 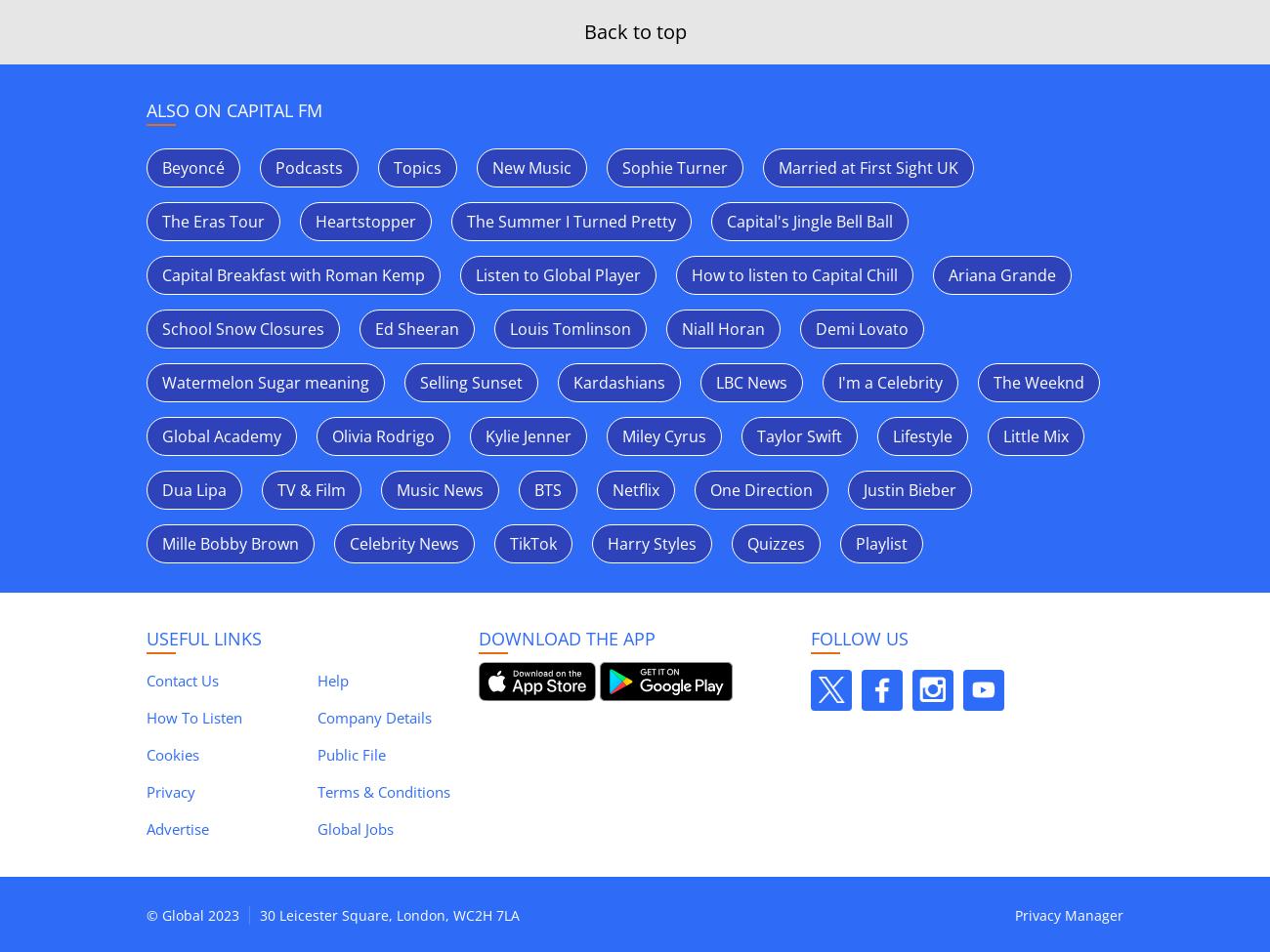 What do you see at coordinates (663, 436) in the screenshot?
I see `'Miley Cyrus'` at bounding box center [663, 436].